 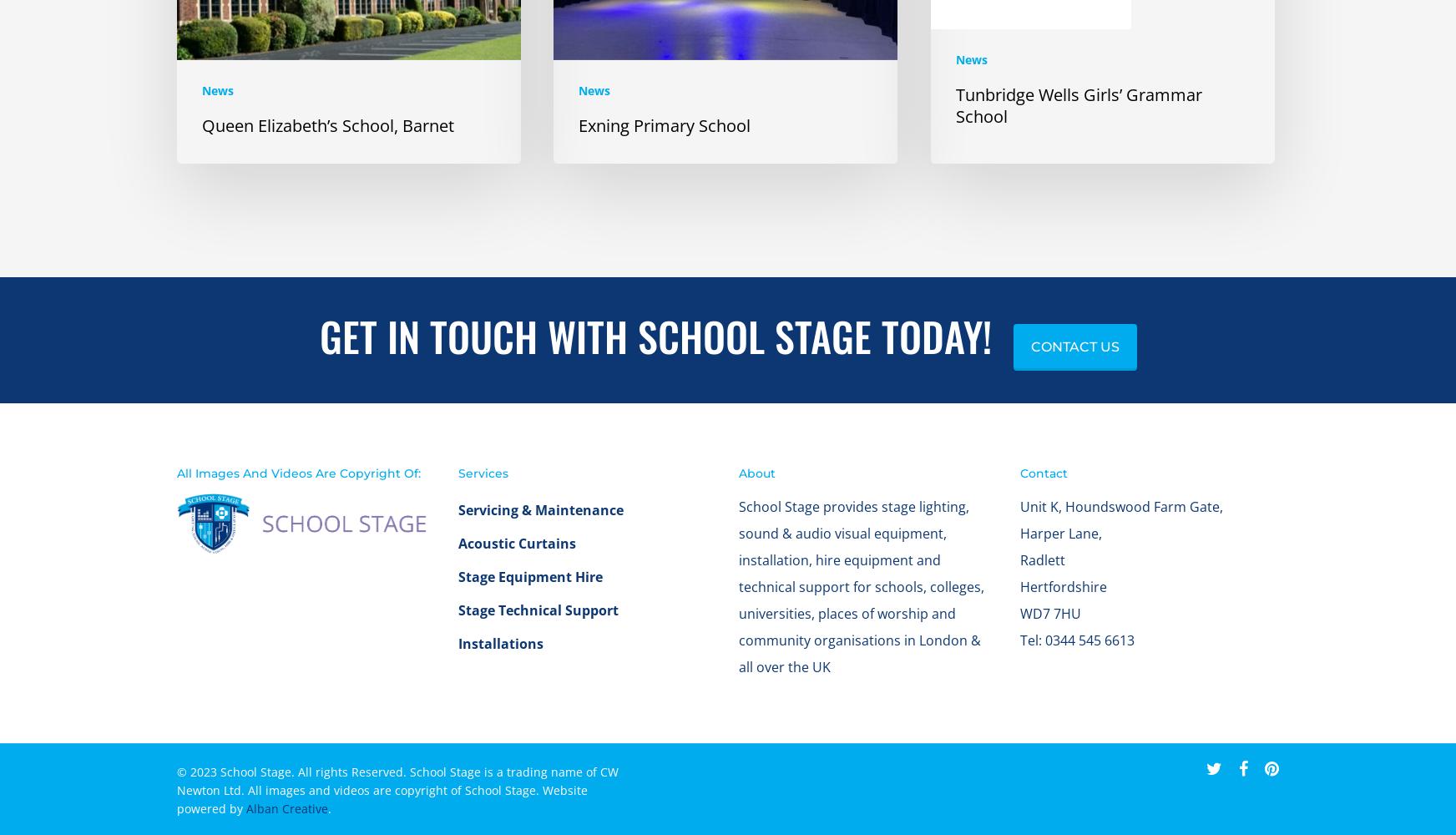 I want to click on 'Hertfordshire', so click(x=1062, y=602).